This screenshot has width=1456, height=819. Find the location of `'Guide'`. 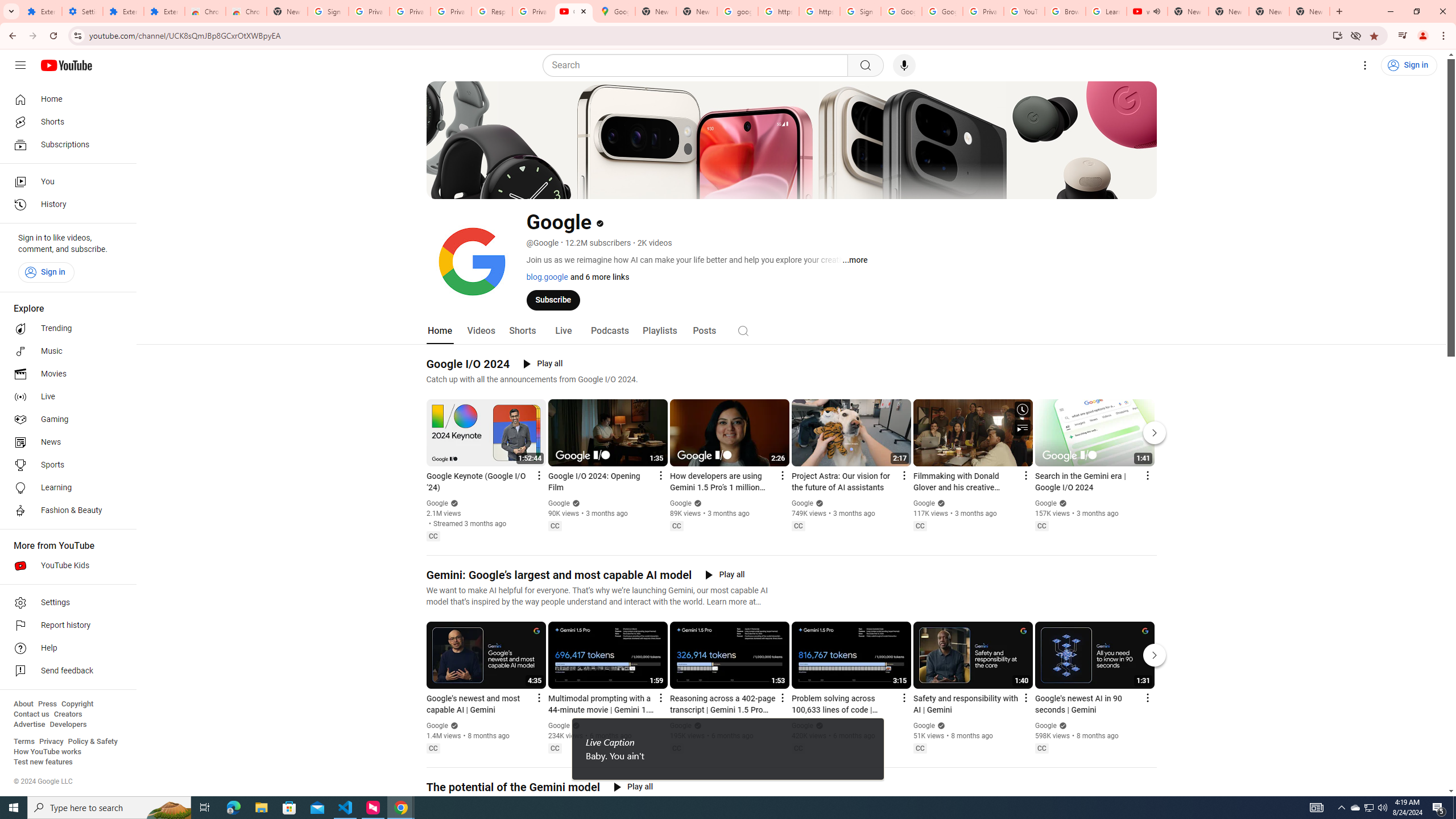

'Guide' is located at coordinates (19, 65).